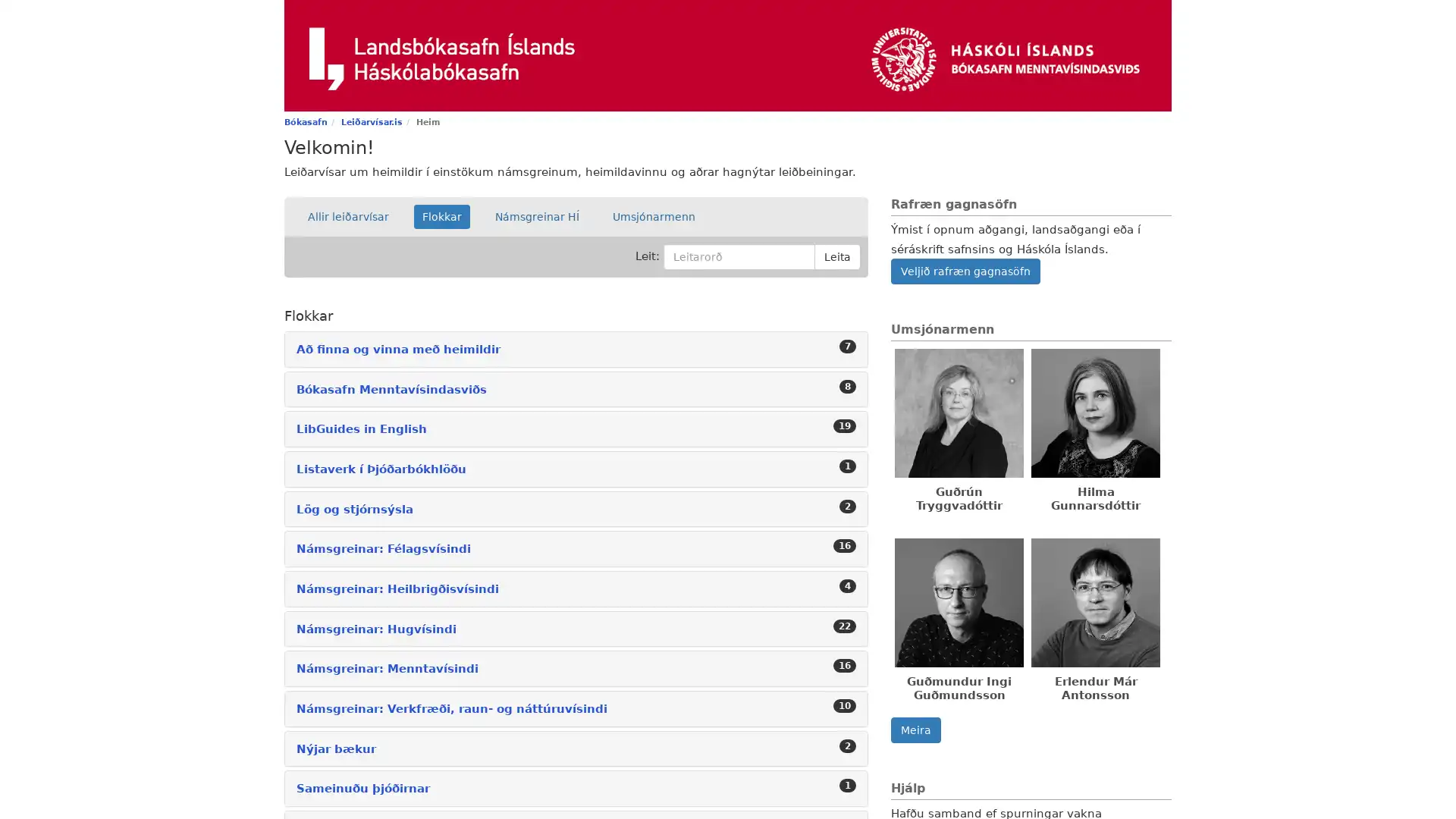 Image resolution: width=1456 pixels, height=819 pixels. Describe the element at coordinates (654, 216) in the screenshot. I see `Umsjonarmenn` at that location.